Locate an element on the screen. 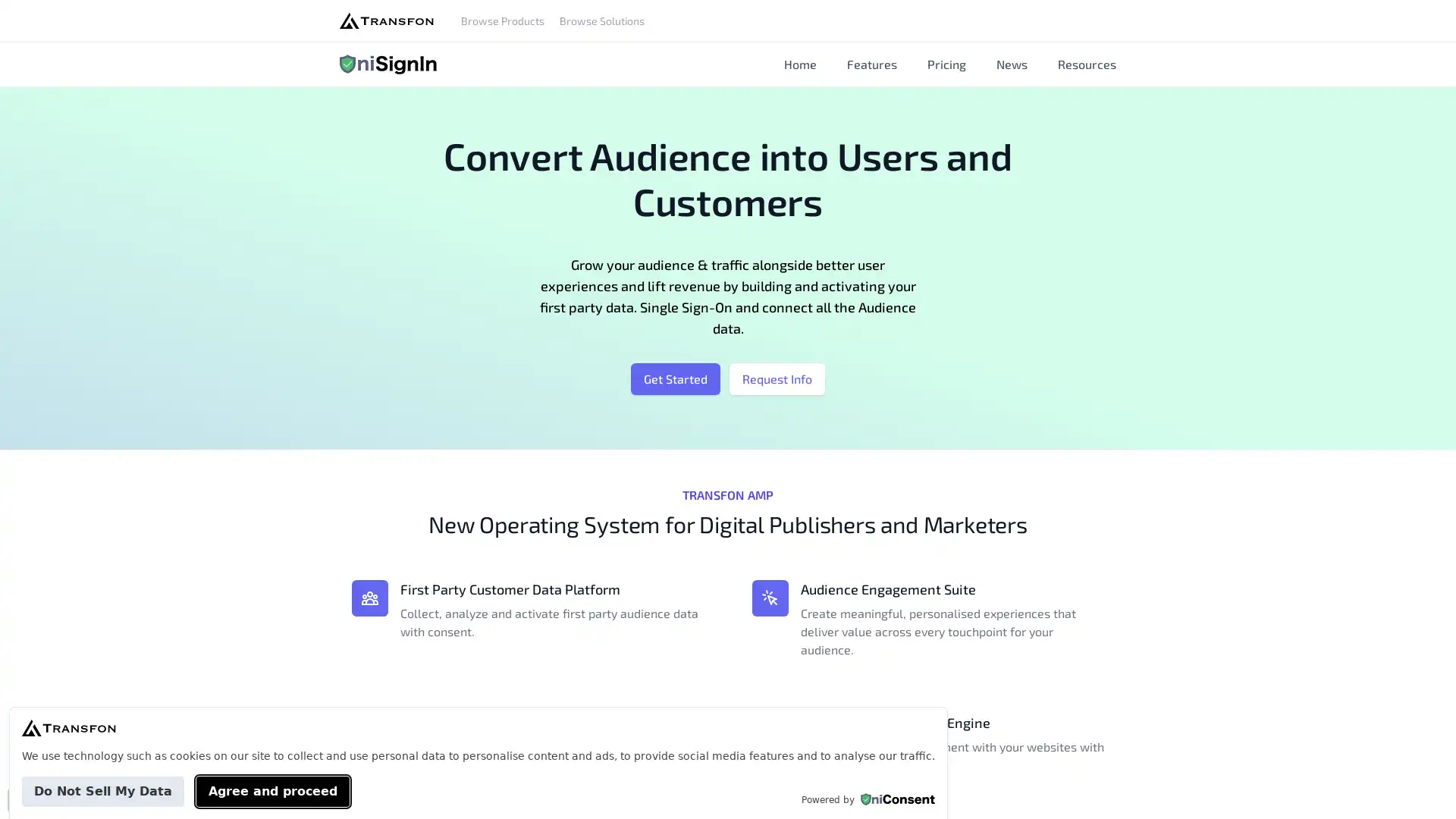 Image resolution: width=1456 pixels, height=819 pixels. Do Not Sell My Data is located at coordinates (102, 791).